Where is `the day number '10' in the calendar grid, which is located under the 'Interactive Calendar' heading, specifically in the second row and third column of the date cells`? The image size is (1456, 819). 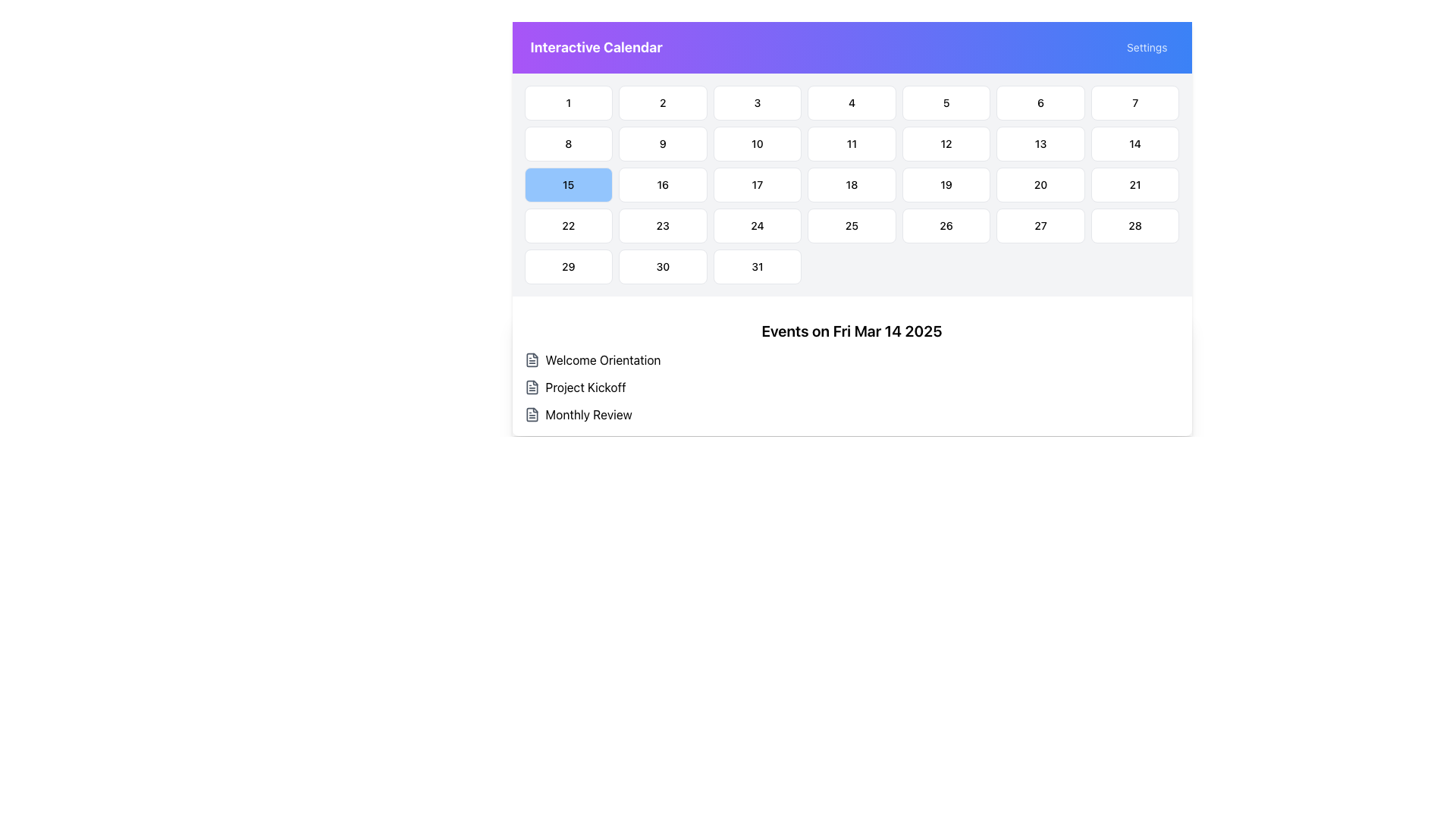
the day number '10' in the calendar grid, which is located under the 'Interactive Calendar' heading, specifically in the second row and third column of the date cells is located at coordinates (757, 143).